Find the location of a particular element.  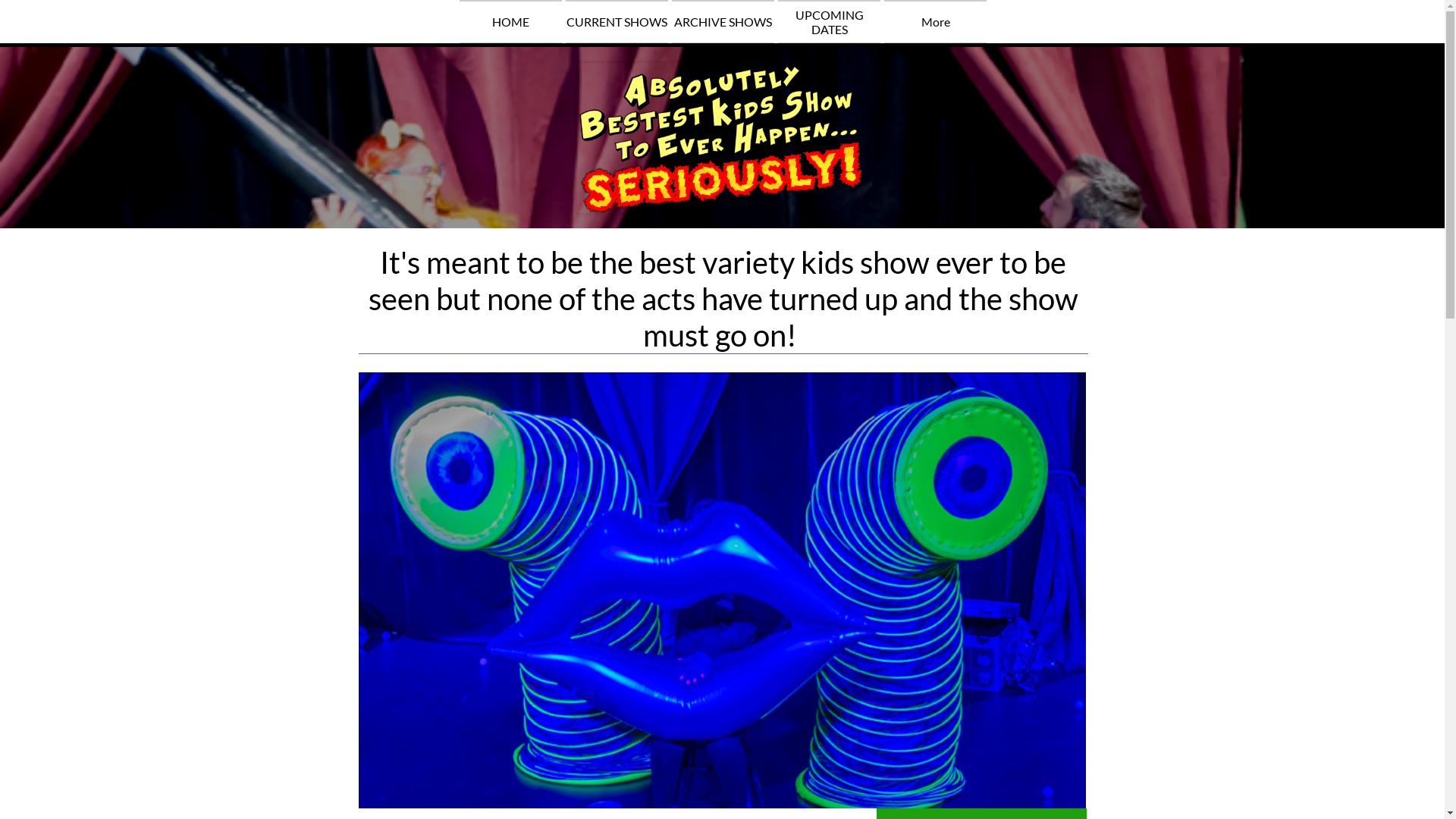

'CURRENT SHOWS' is located at coordinates (564, 21).